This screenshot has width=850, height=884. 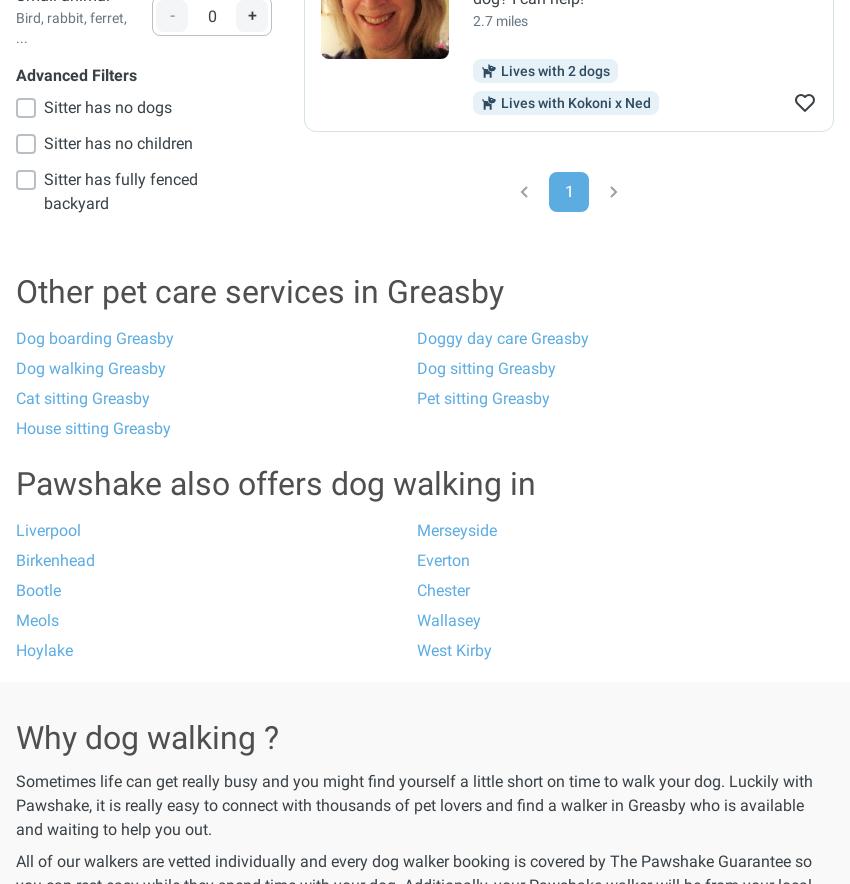 What do you see at coordinates (14, 427) in the screenshot?
I see `'House sitting Greasby'` at bounding box center [14, 427].